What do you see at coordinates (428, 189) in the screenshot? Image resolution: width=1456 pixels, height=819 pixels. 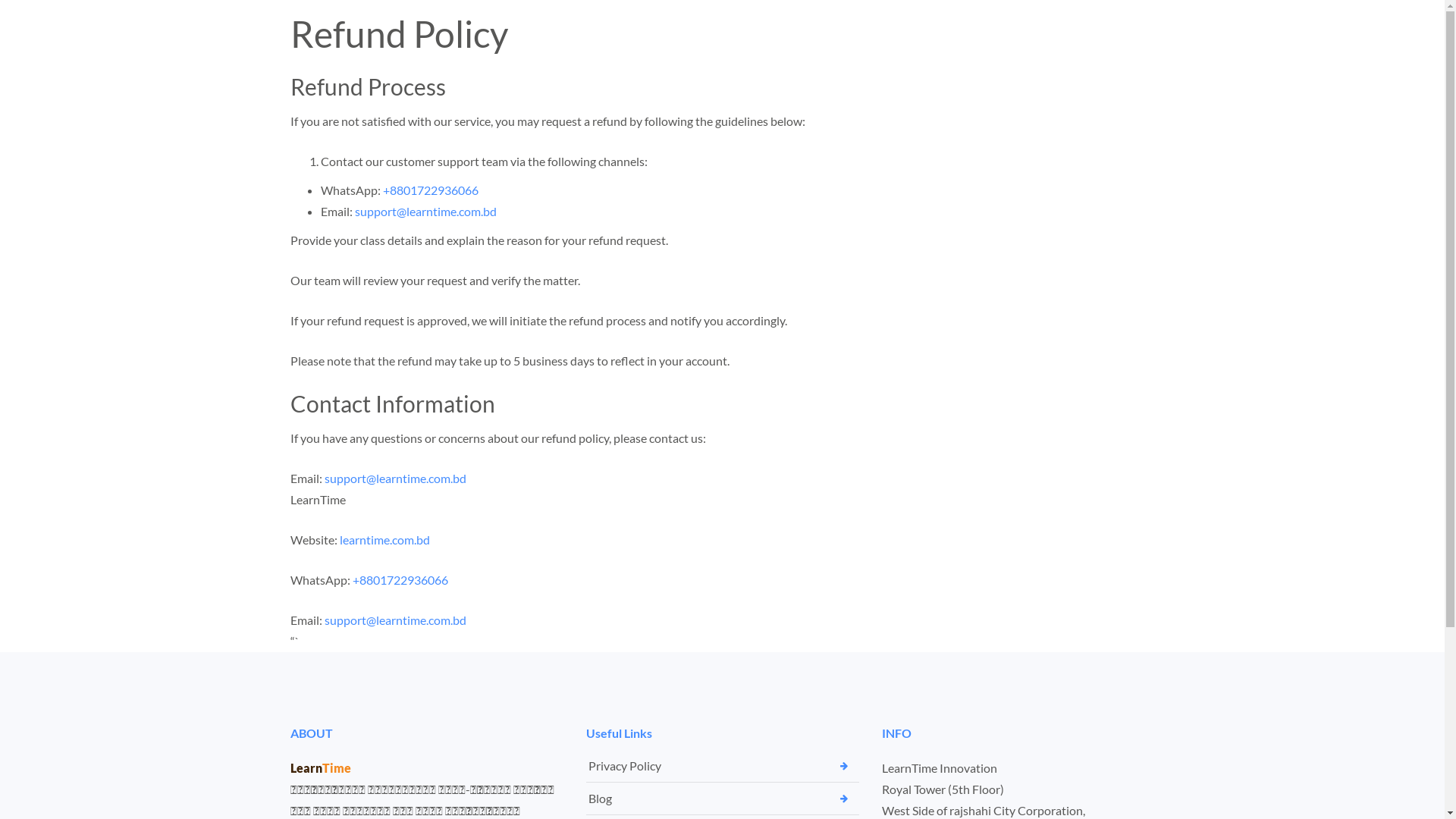 I see `'+8801722936066'` at bounding box center [428, 189].